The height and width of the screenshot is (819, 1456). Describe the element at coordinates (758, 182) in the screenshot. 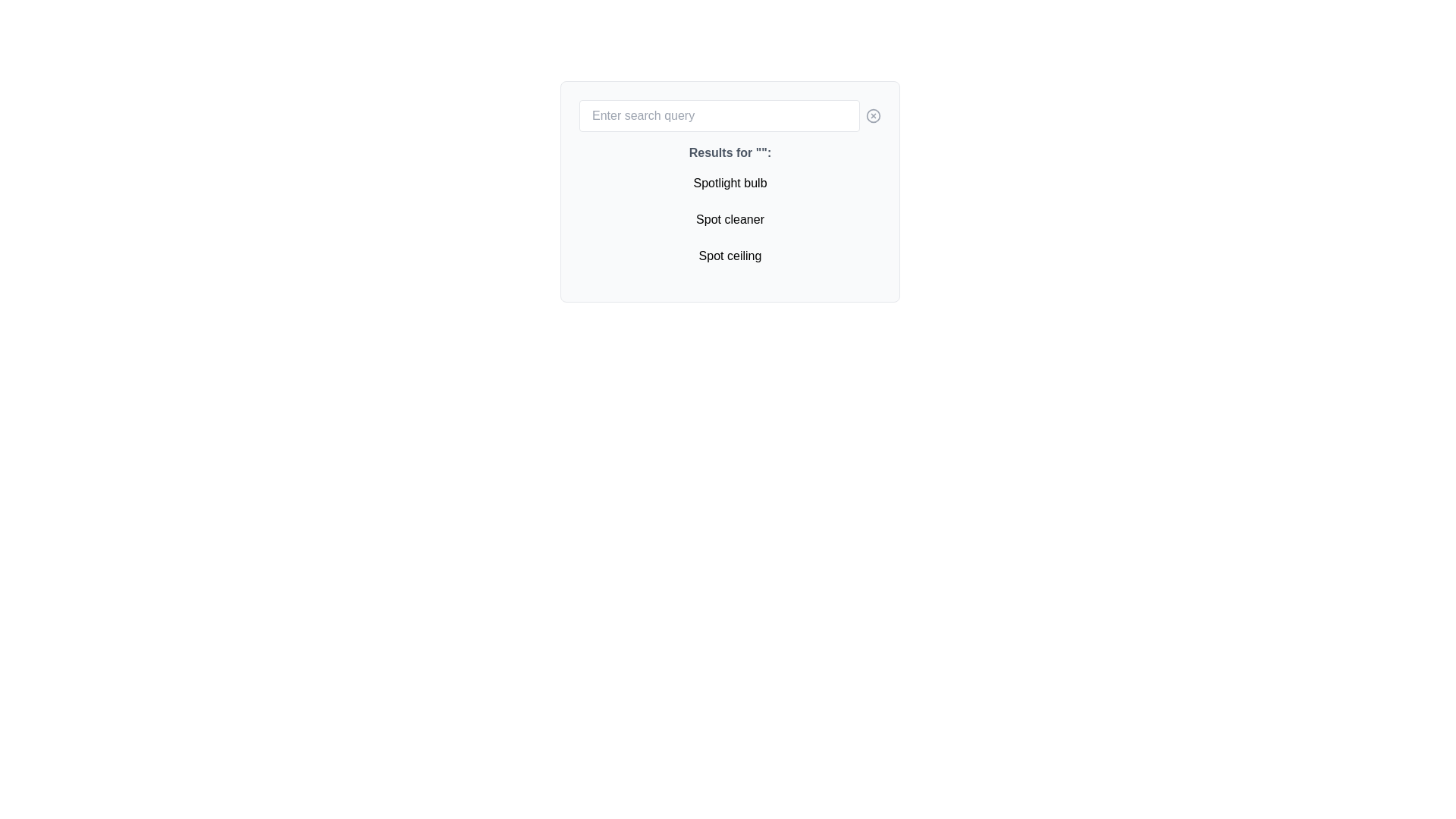

I see `the lowercase letter 'l' in the word 'bulb' of the phrase 'Spotlight bulb', which appears under the bold text 'Results for ""'` at that location.